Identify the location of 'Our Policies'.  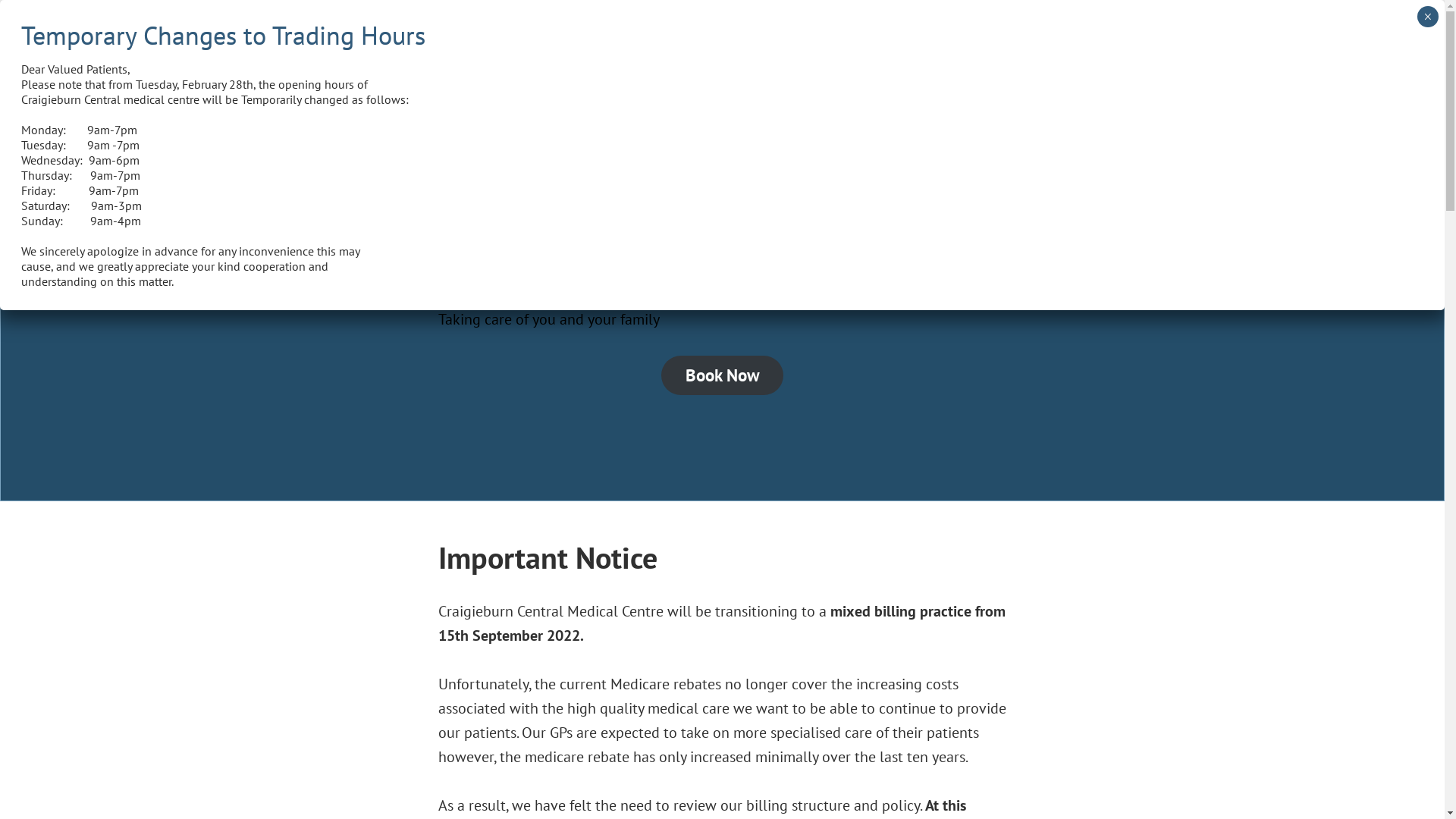
(1065, 45).